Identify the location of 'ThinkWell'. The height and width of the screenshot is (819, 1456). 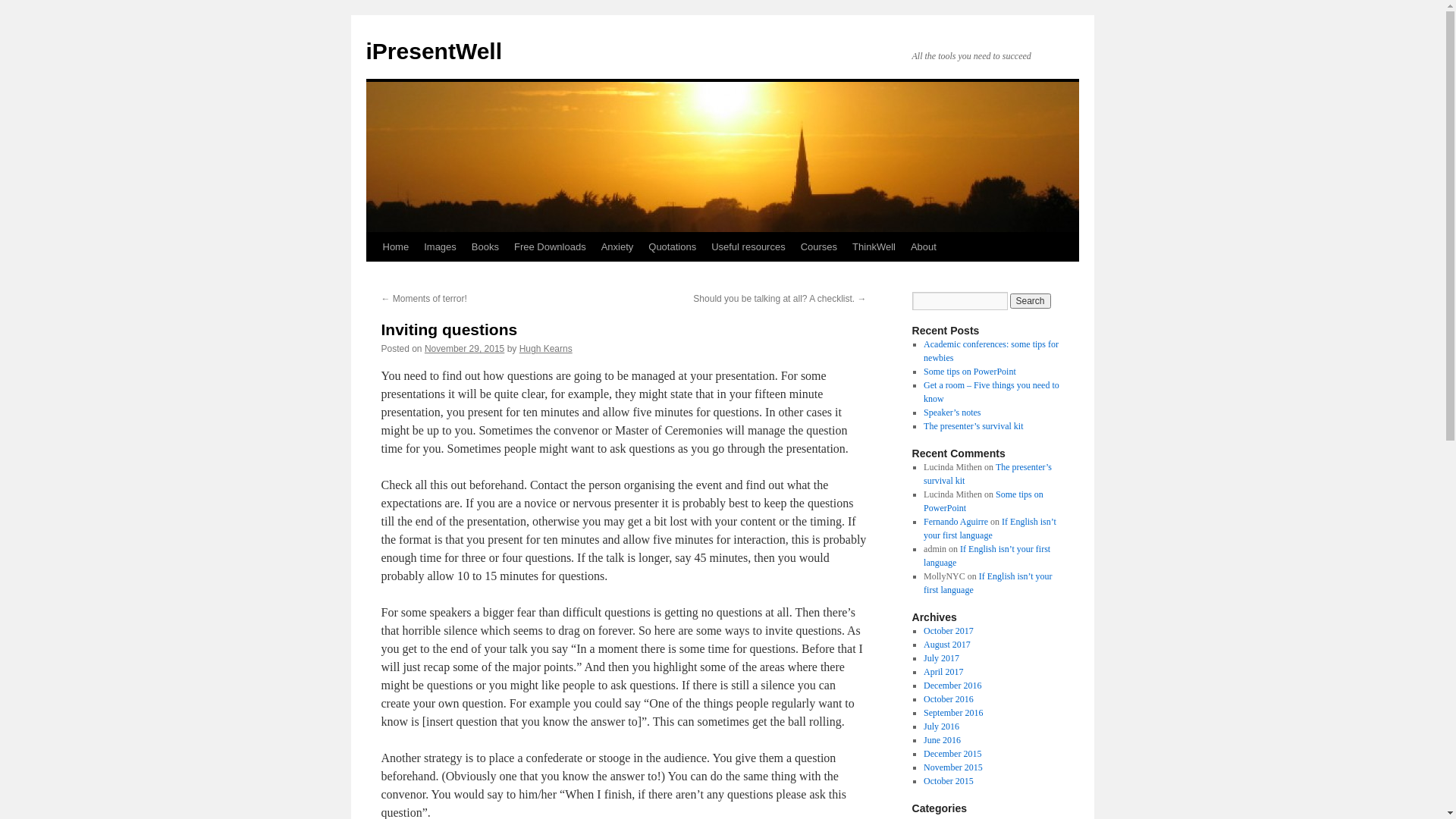
(874, 246).